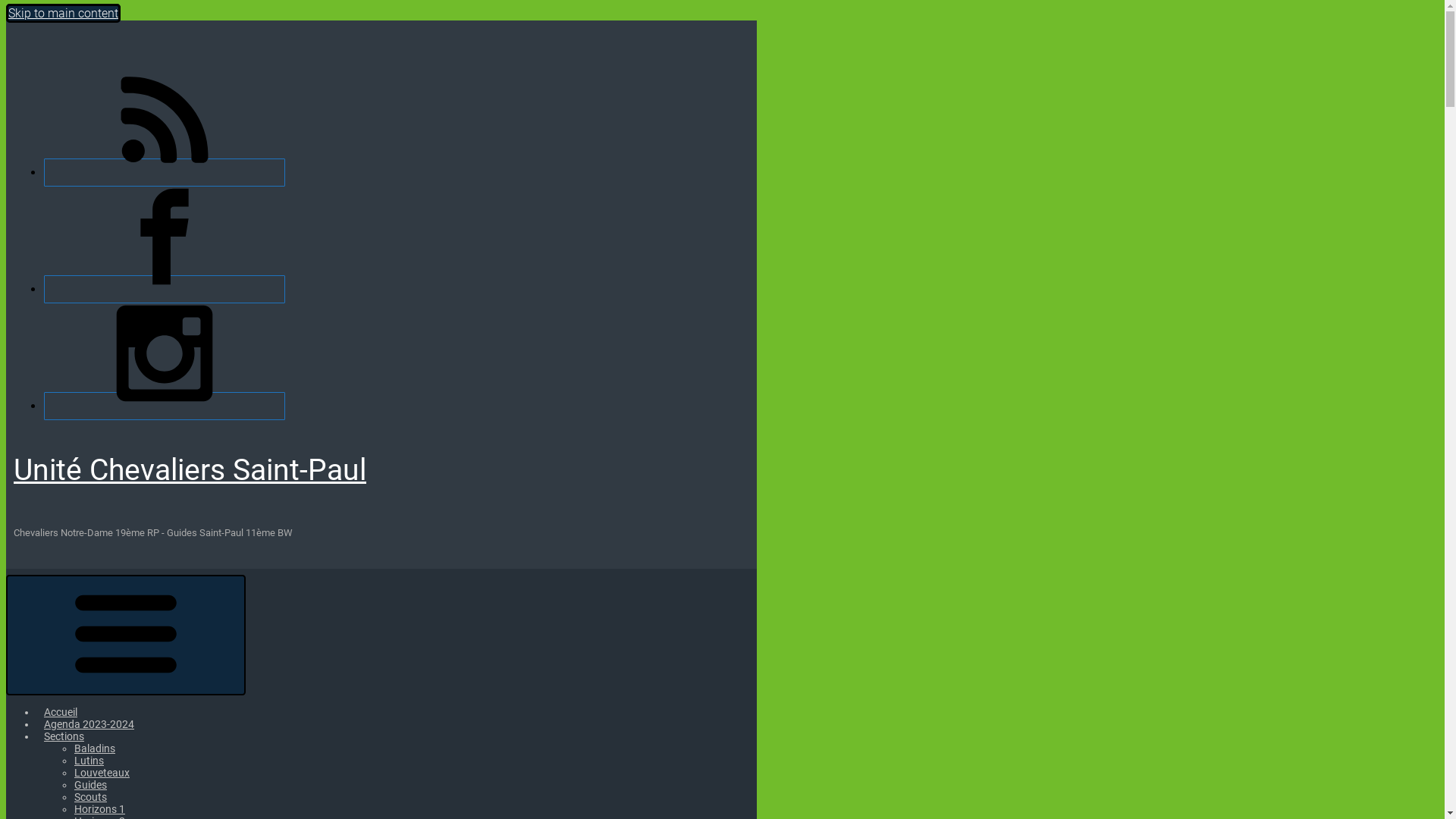  Describe the element at coordinates (99, 808) in the screenshot. I see `'Horizons 1'` at that location.